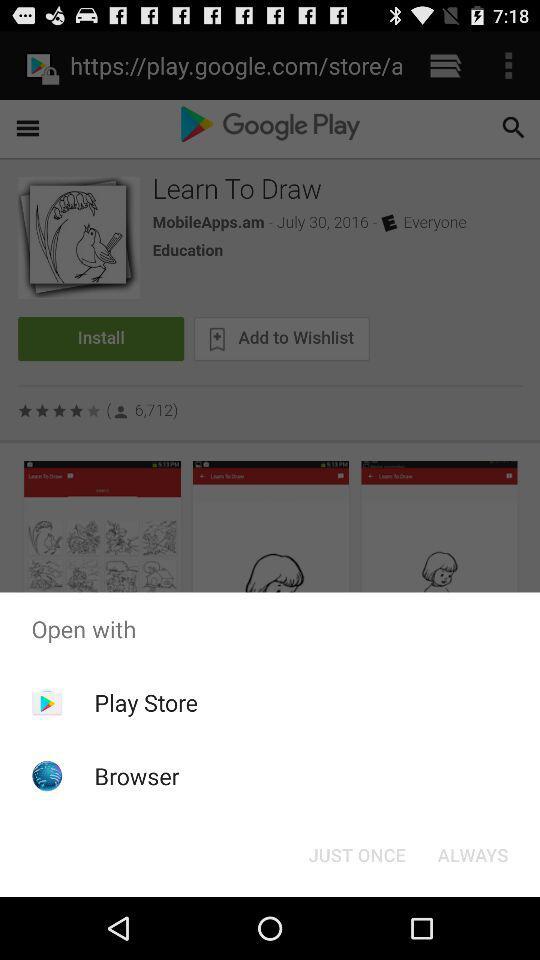 This screenshot has width=540, height=960. I want to click on browser app, so click(136, 775).